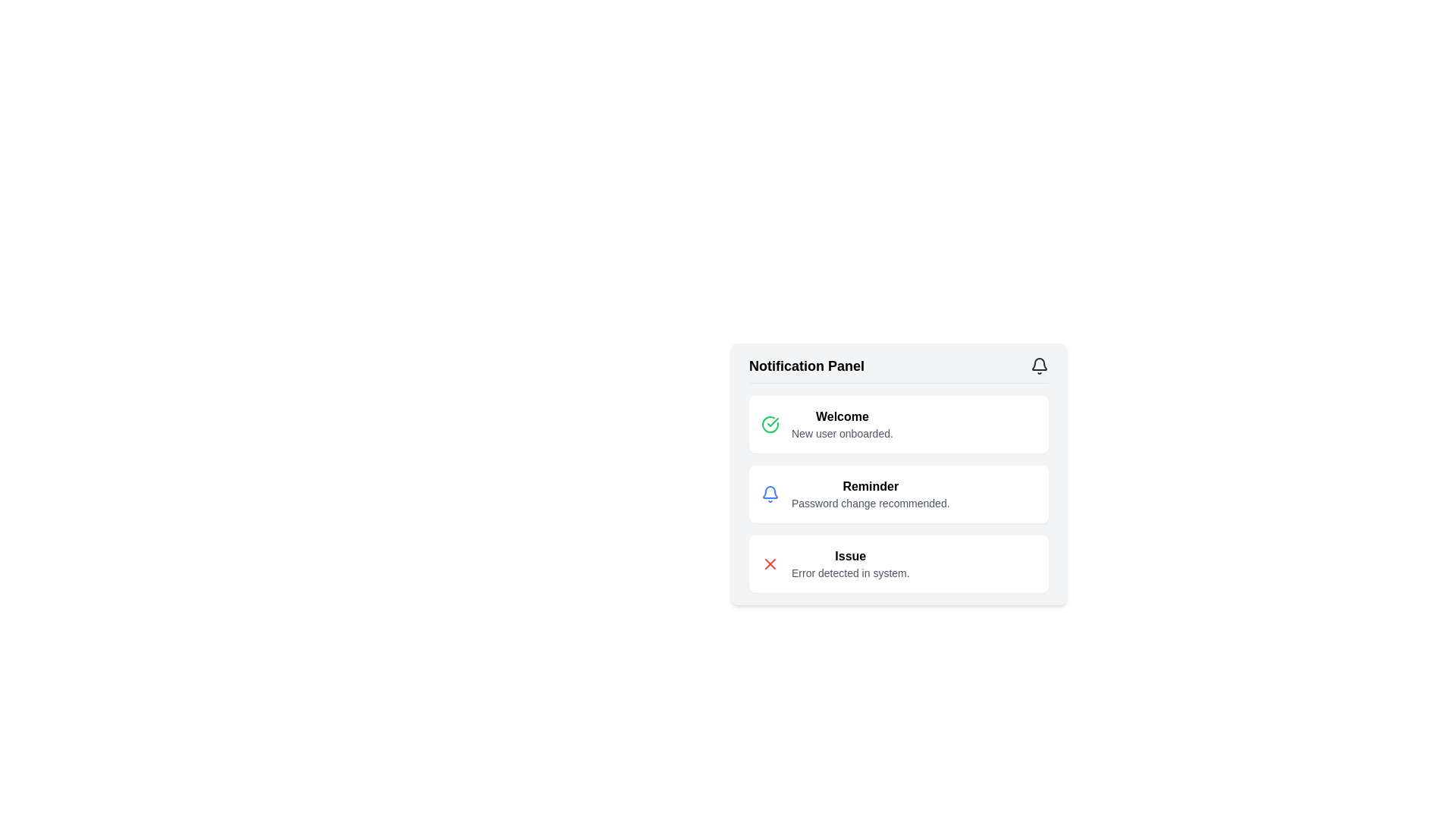 This screenshot has height=819, width=1456. I want to click on the text label 'Password change recommended.' located under the 'Reminder' heading in the notification panel, so click(871, 503).